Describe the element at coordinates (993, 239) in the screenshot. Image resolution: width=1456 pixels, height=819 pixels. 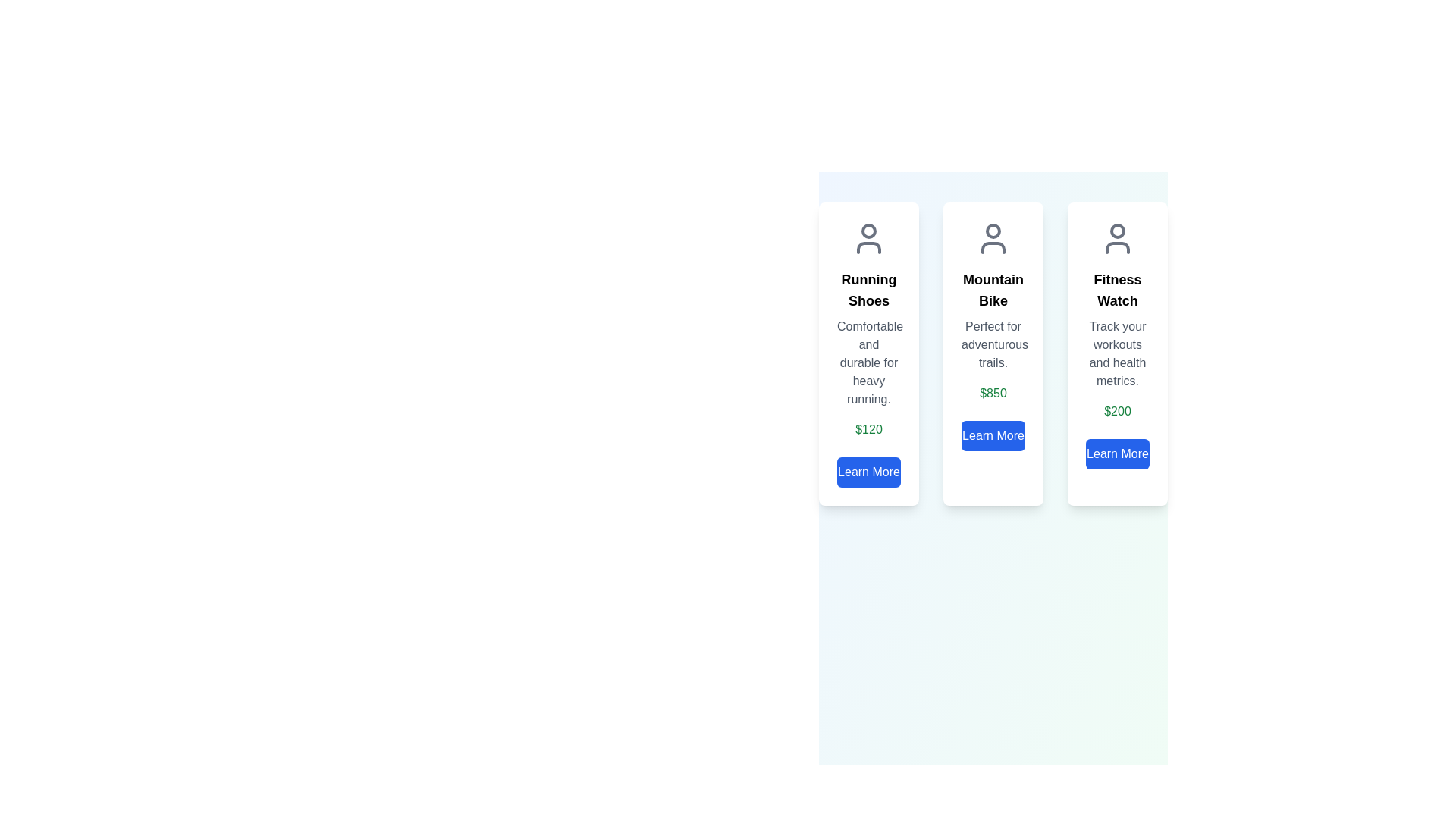
I see `the icon located at the top of the 'Mountain Bike' card, which symbolizes an individual or user-related concept` at that location.